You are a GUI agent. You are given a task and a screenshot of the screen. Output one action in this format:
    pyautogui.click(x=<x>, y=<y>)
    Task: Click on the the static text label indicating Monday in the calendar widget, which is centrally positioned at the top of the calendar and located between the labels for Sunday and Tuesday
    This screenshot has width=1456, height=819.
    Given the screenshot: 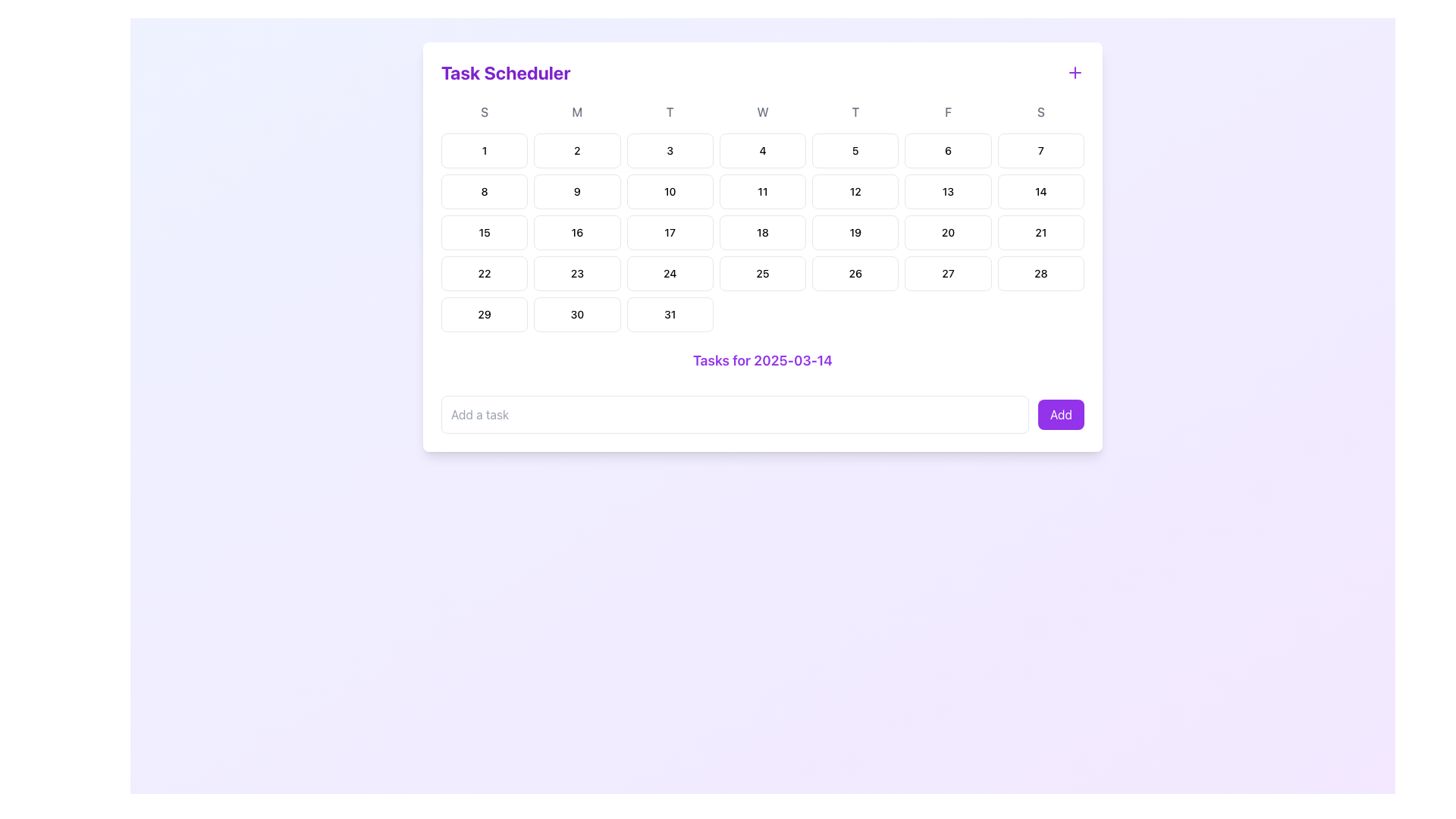 What is the action you would take?
    pyautogui.click(x=576, y=111)
    